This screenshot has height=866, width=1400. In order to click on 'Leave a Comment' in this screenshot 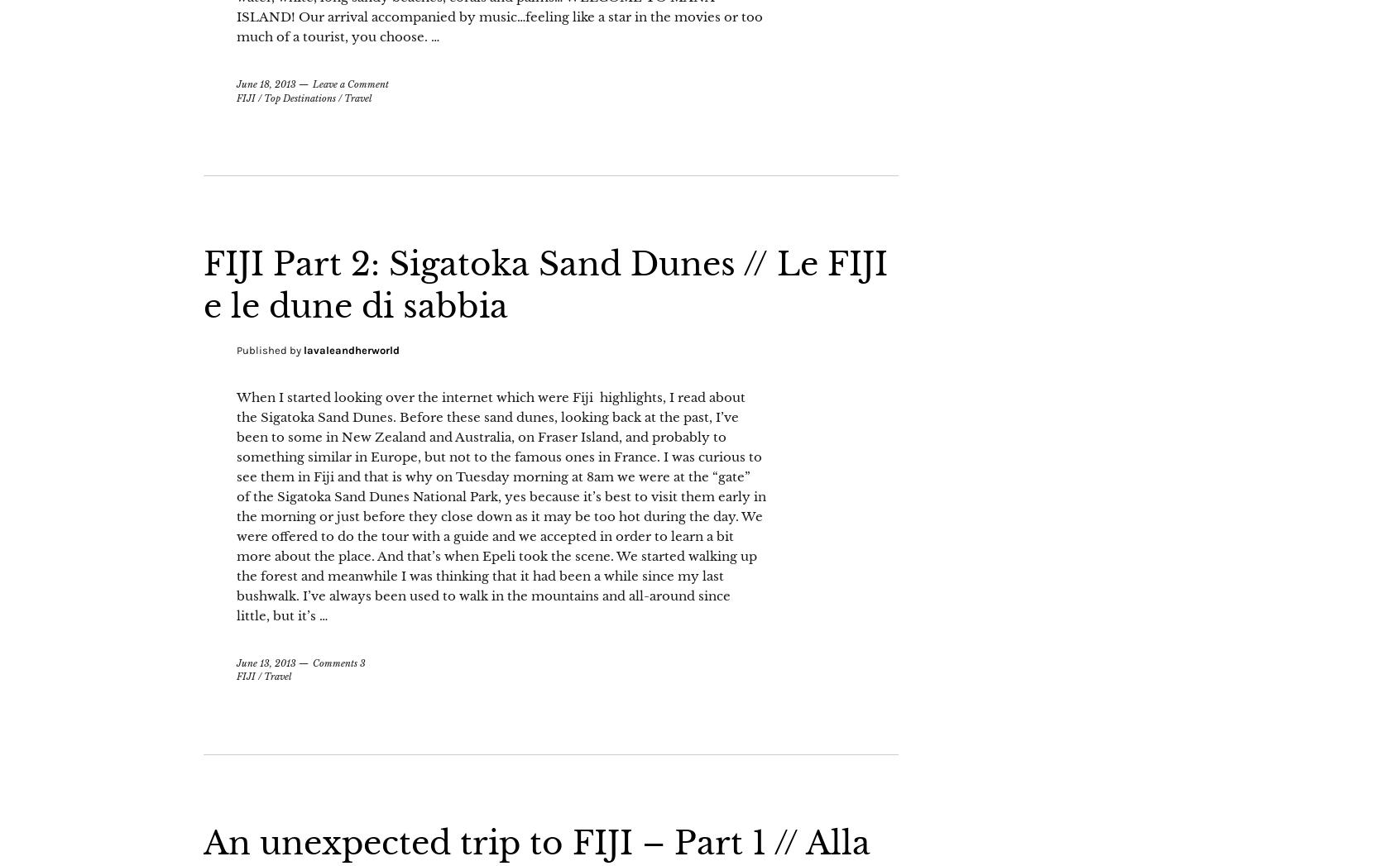, I will do `click(350, 126)`.